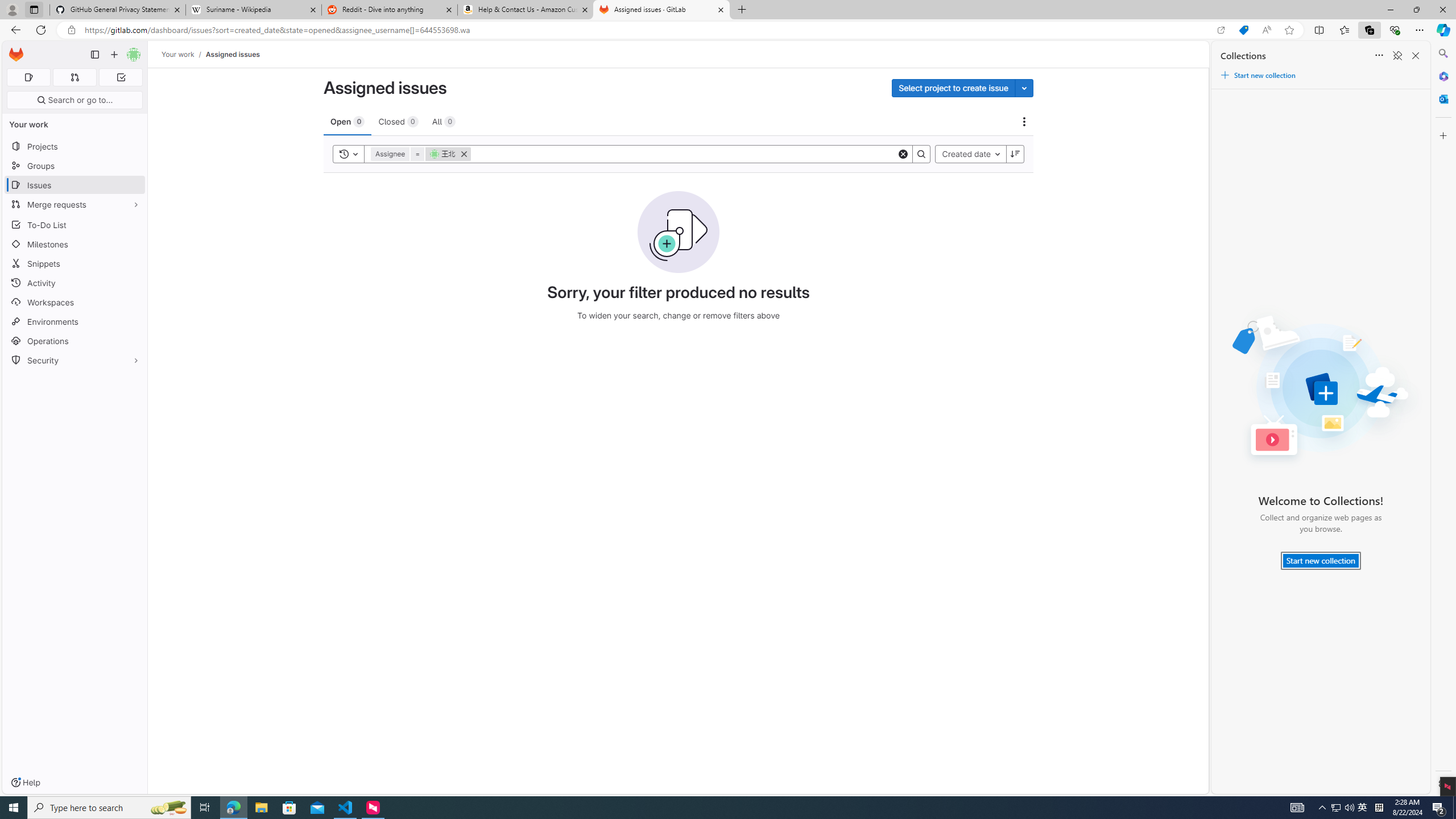 This screenshot has width=1456, height=819. What do you see at coordinates (390, 9) in the screenshot?
I see `'Reddit - Dive into anything'` at bounding box center [390, 9].